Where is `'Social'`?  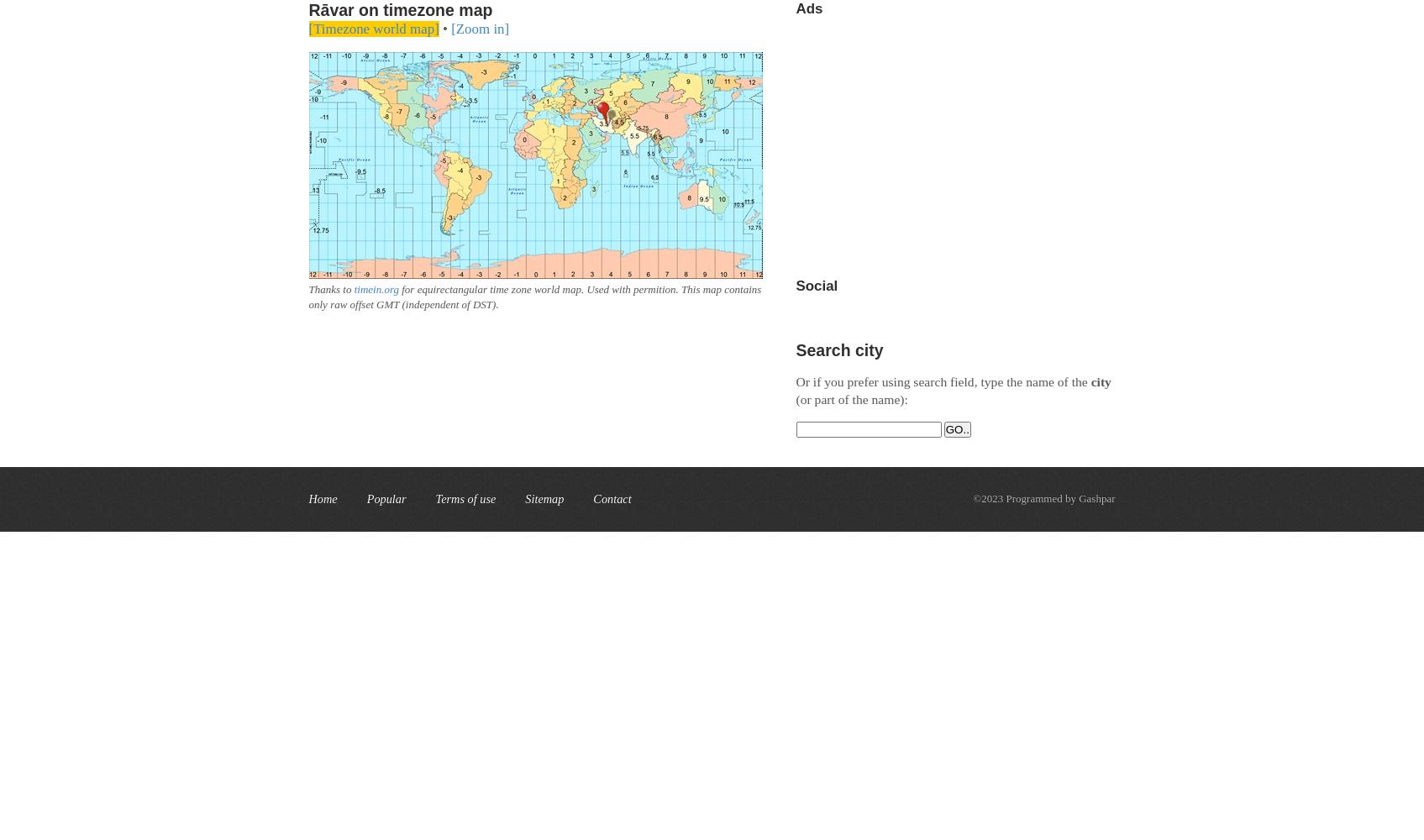 'Social' is located at coordinates (817, 285).